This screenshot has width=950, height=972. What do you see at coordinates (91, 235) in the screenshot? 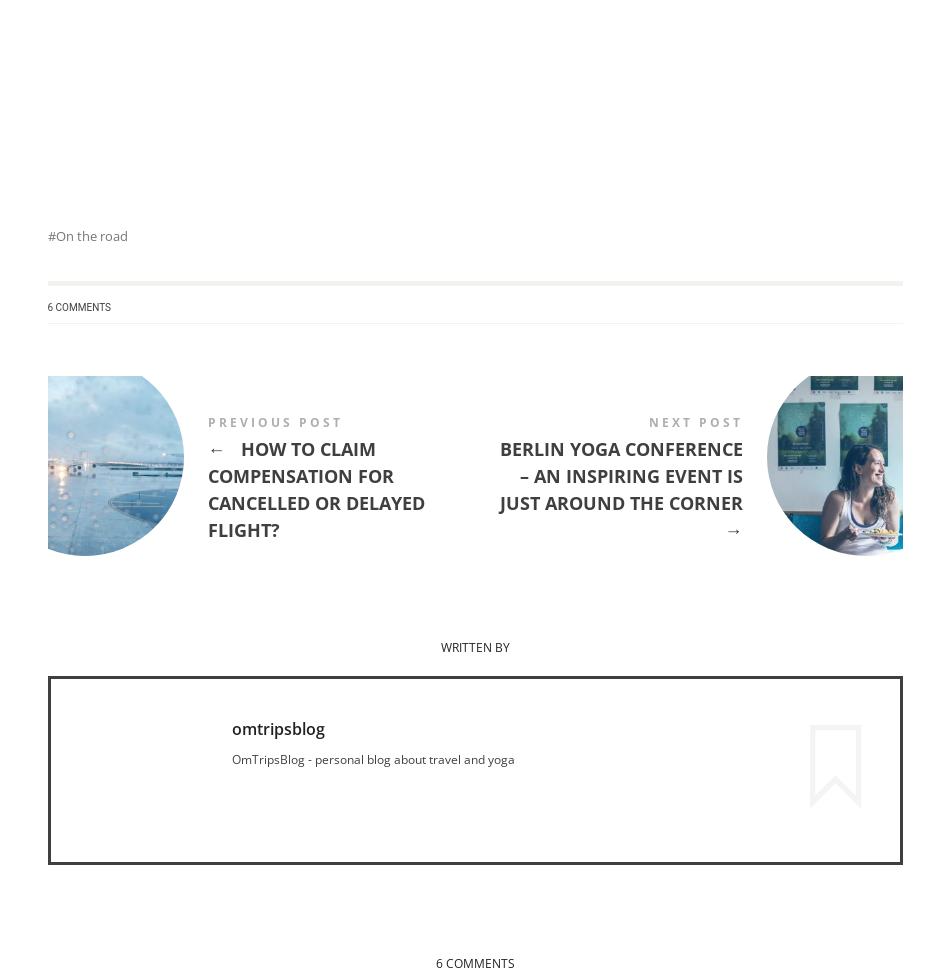
I see `'On the road'` at bounding box center [91, 235].